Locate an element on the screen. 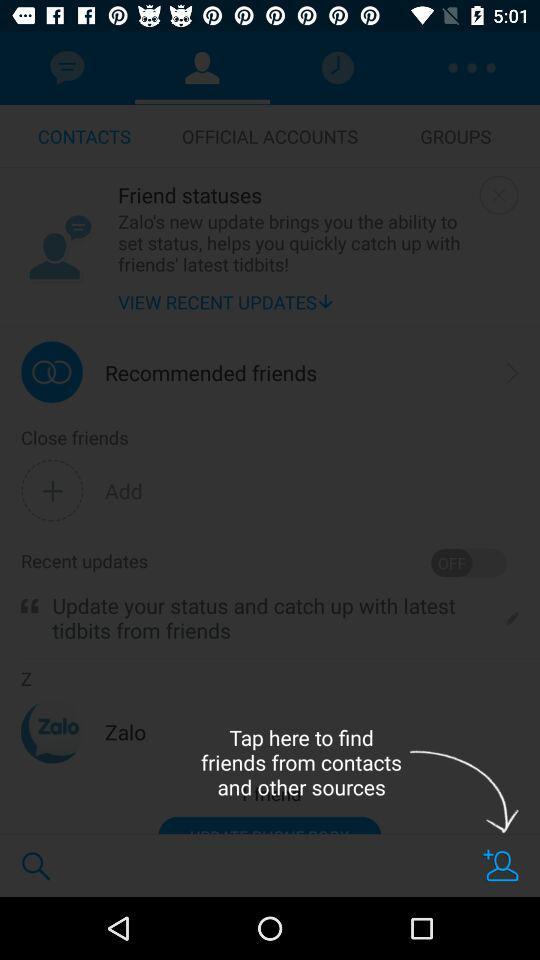  close is located at coordinates (498, 195).